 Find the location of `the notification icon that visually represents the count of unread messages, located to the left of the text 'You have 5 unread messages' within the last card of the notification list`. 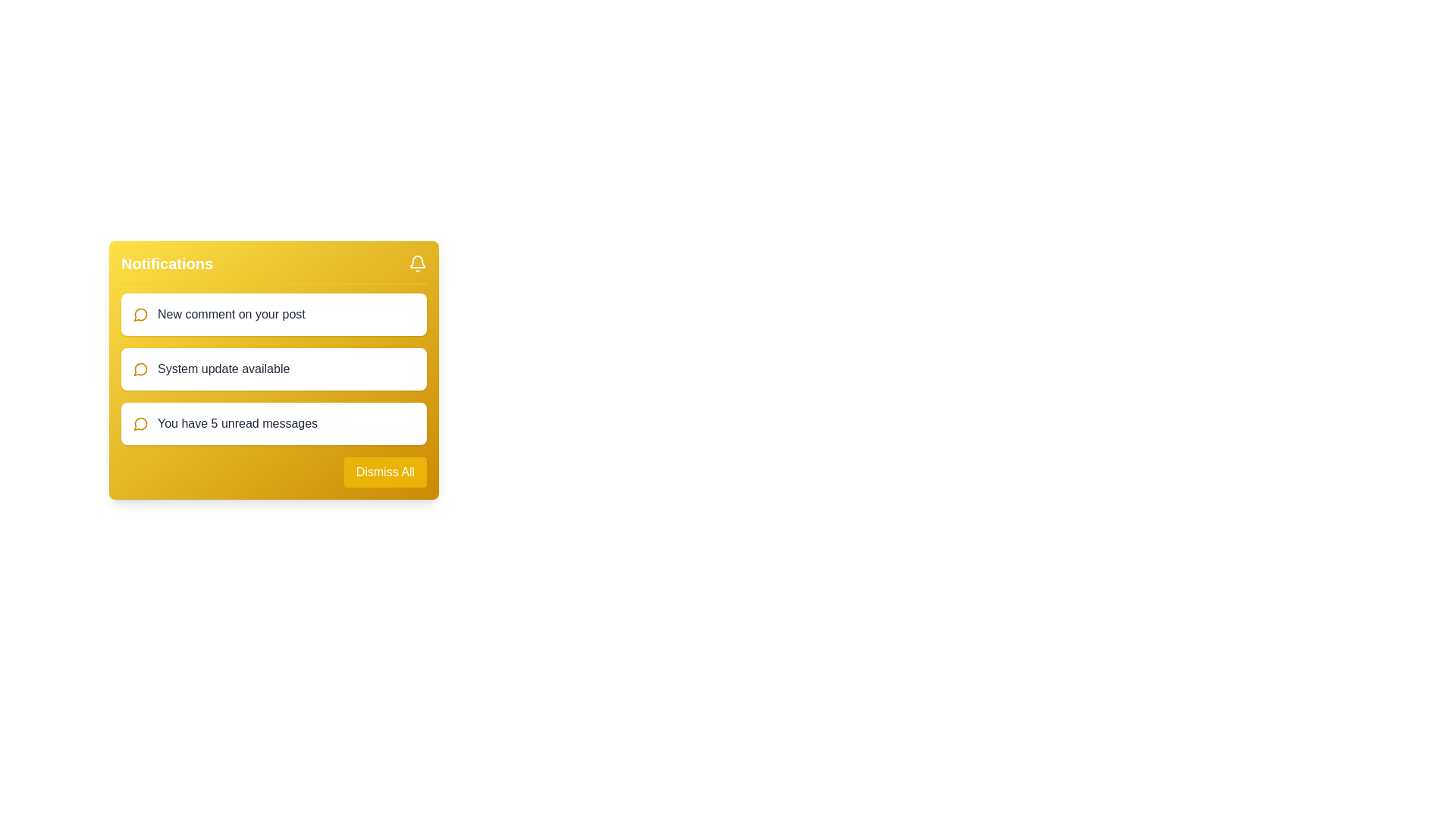

the notification icon that visually represents the count of unread messages, located to the left of the text 'You have 5 unread messages' within the last card of the notification list is located at coordinates (141, 424).